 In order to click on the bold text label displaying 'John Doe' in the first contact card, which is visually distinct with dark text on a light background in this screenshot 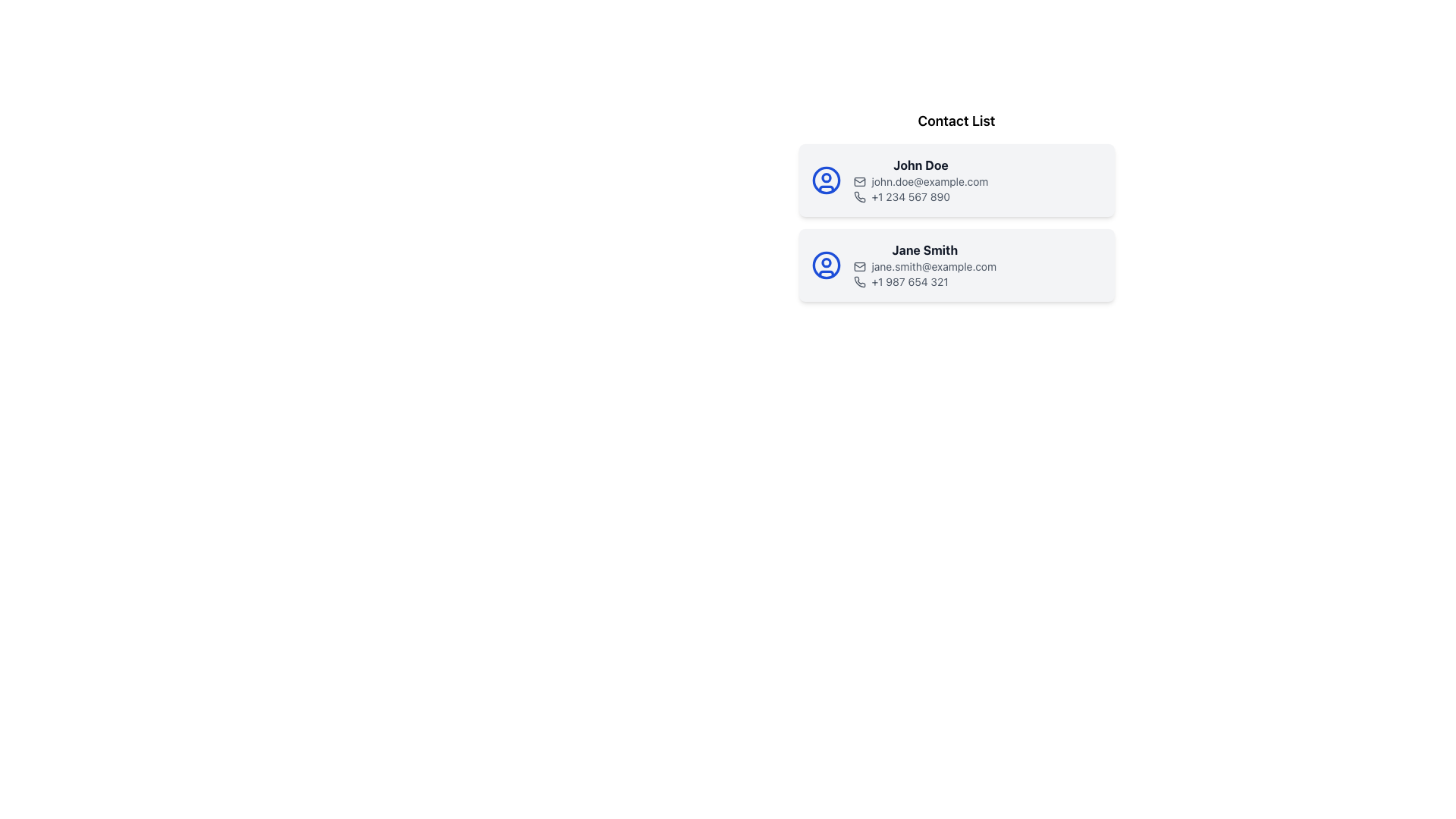, I will do `click(920, 165)`.